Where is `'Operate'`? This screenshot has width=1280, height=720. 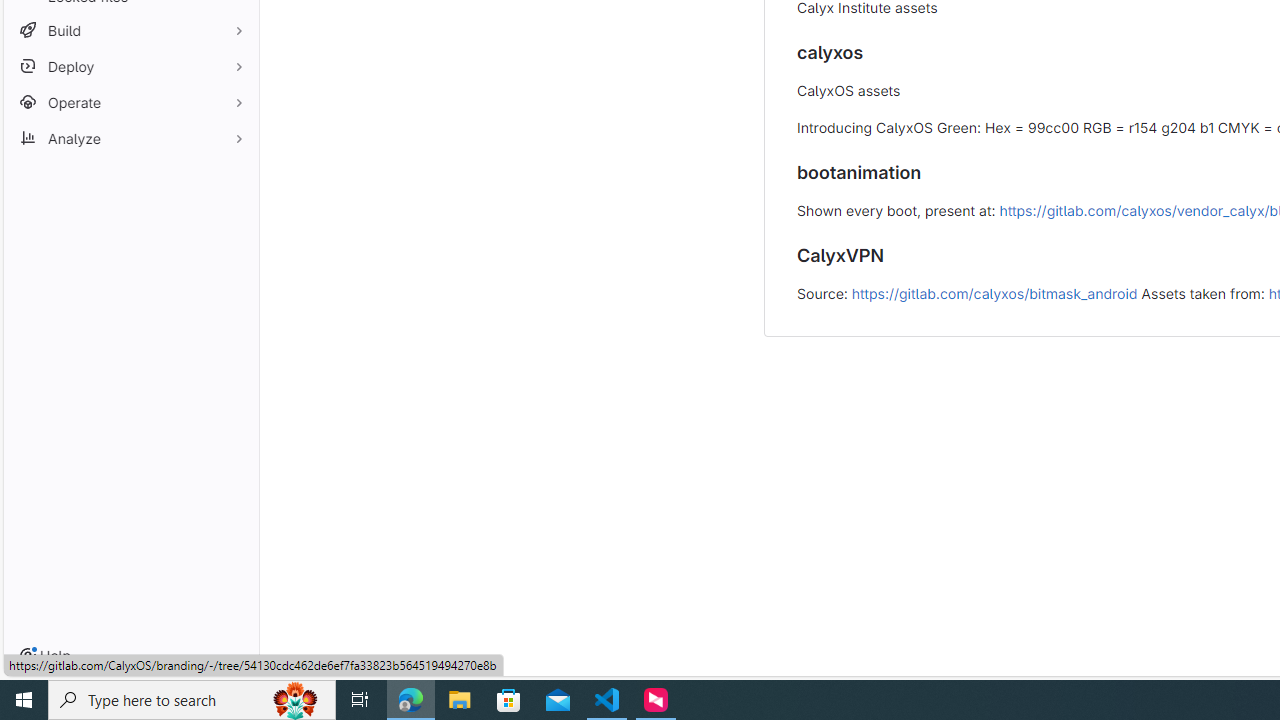 'Operate' is located at coordinates (130, 102).